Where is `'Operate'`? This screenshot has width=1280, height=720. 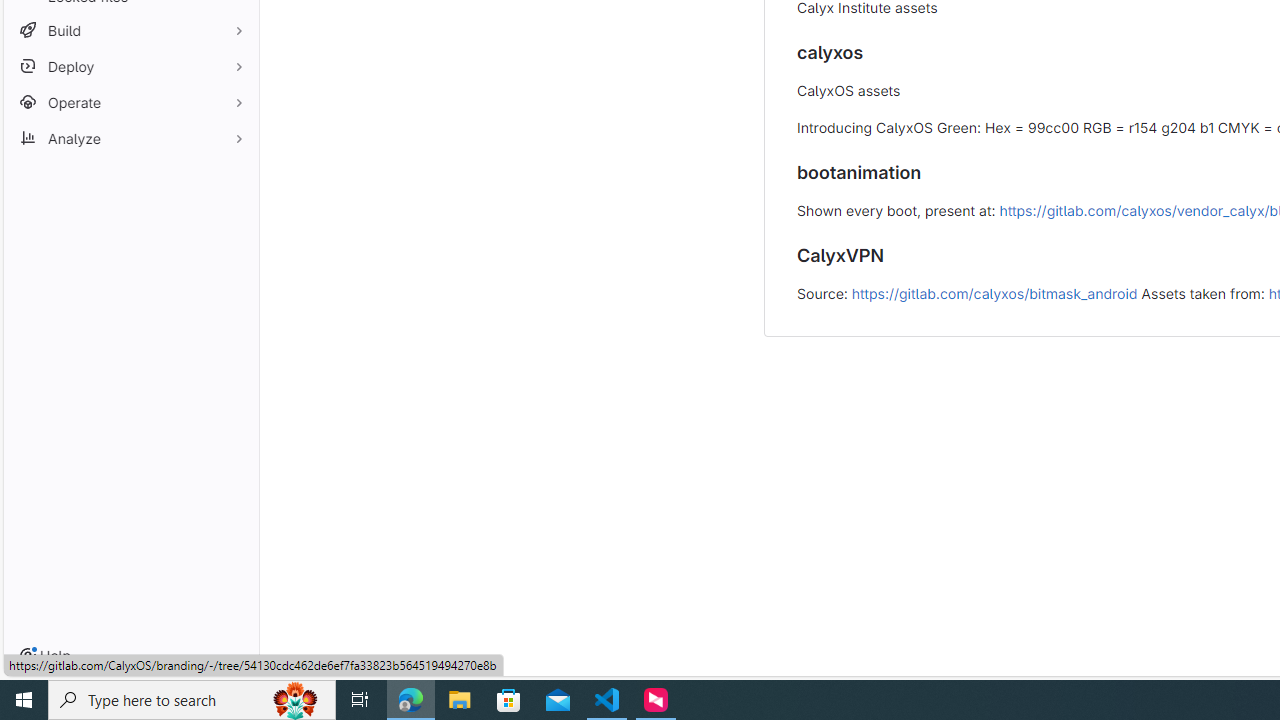 'Operate' is located at coordinates (130, 102).